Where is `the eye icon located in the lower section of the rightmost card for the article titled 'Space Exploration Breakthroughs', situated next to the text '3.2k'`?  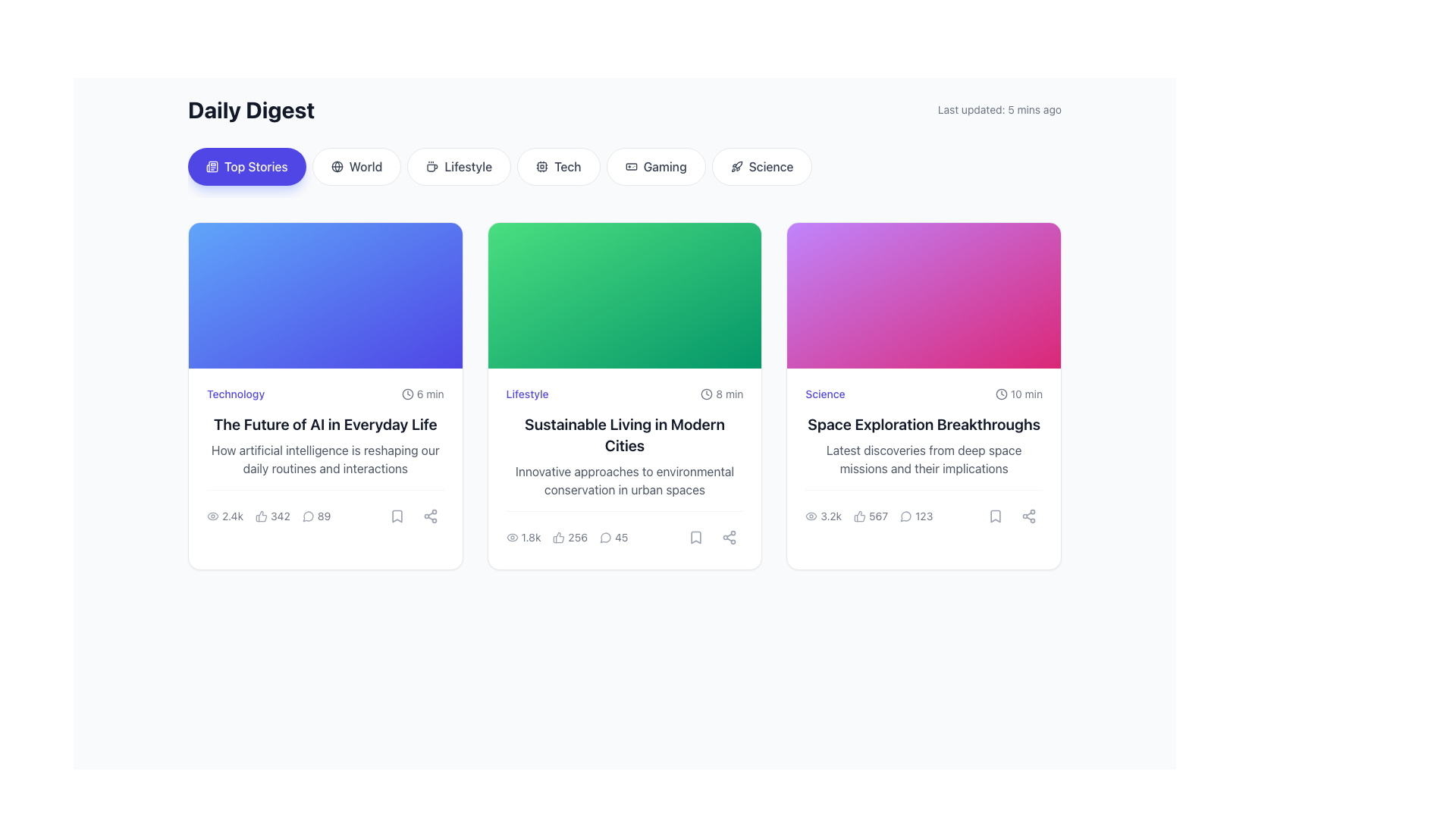
the eye icon located in the lower section of the rightmost card for the article titled 'Space Exploration Breakthroughs', situated next to the text '3.2k' is located at coordinates (811, 516).